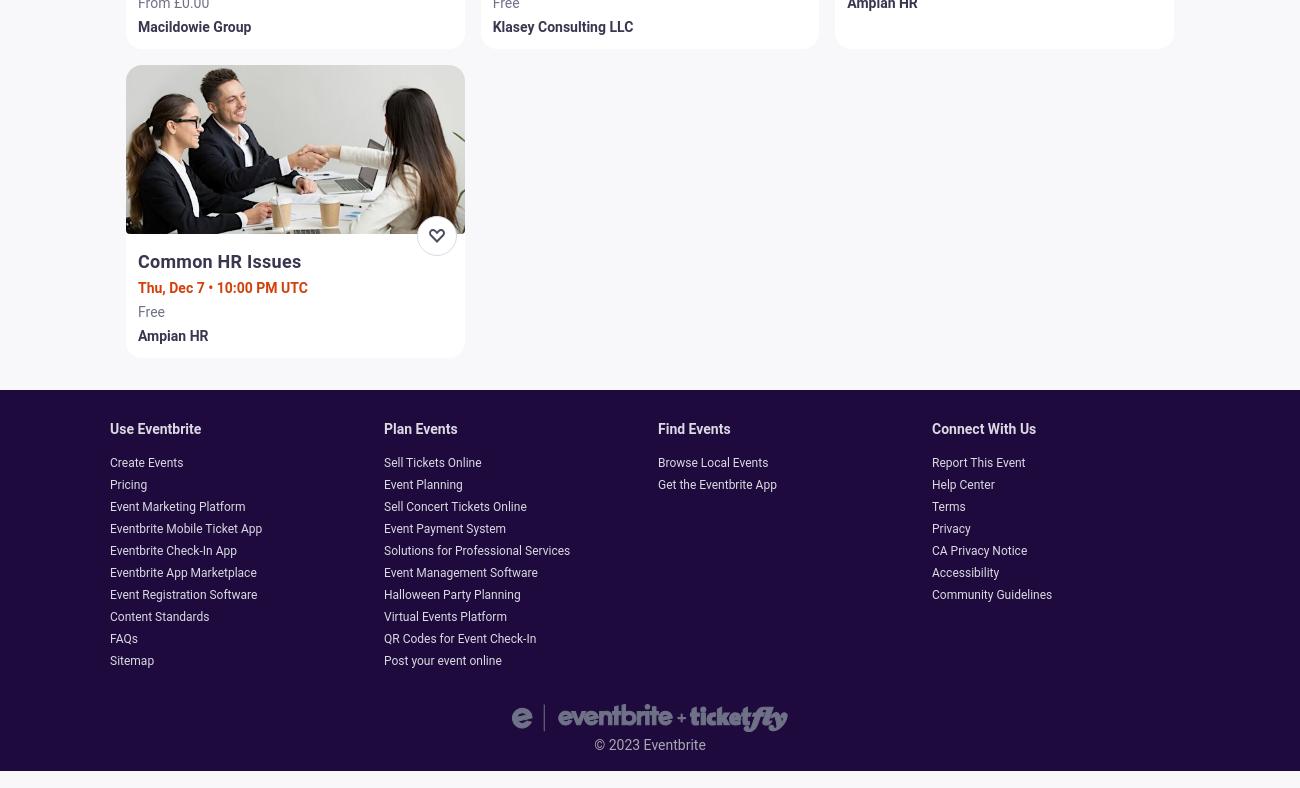  Describe the element at coordinates (423, 484) in the screenshot. I see `'Event Planning'` at that location.